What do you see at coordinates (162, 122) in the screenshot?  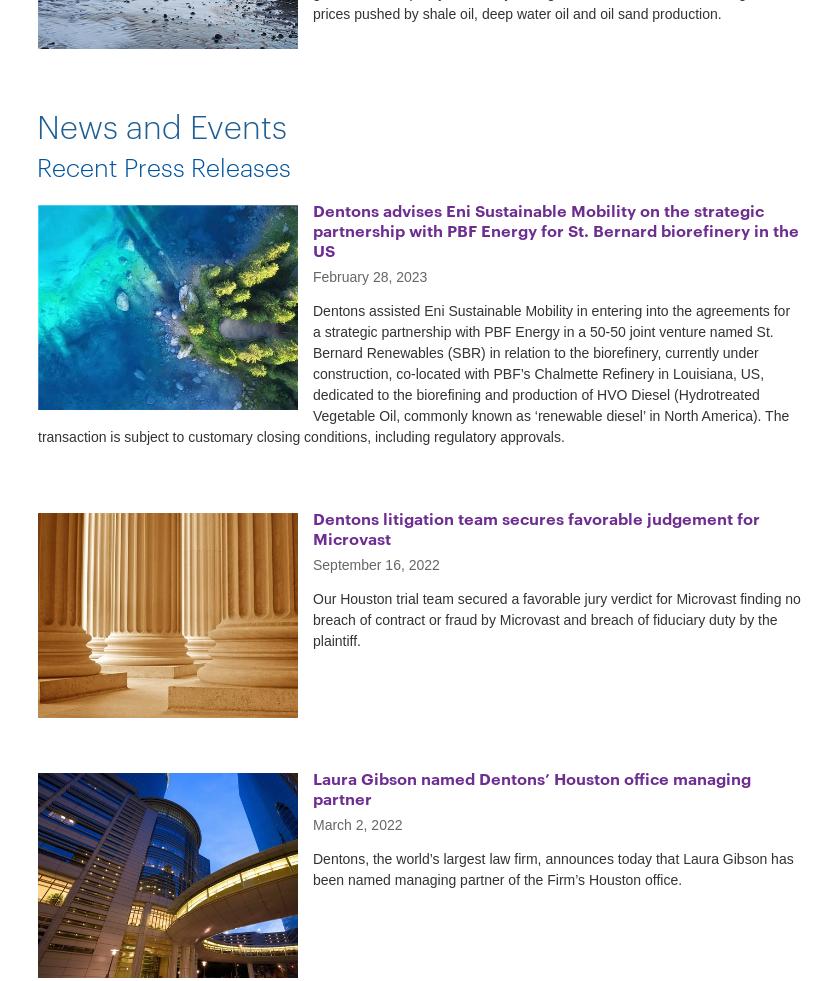 I see `'News and Events'` at bounding box center [162, 122].